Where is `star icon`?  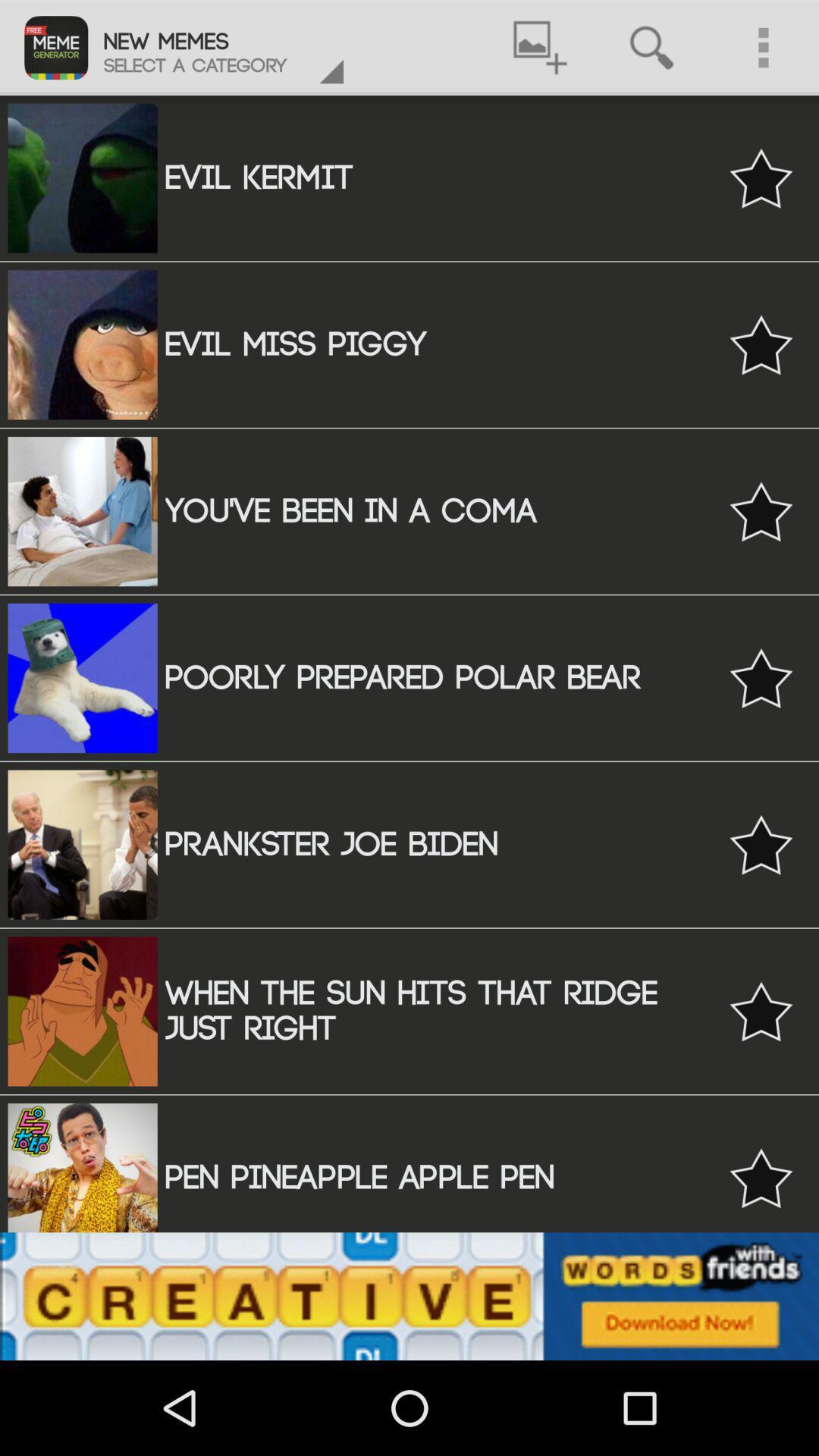 star icon is located at coordinates (761, 511).